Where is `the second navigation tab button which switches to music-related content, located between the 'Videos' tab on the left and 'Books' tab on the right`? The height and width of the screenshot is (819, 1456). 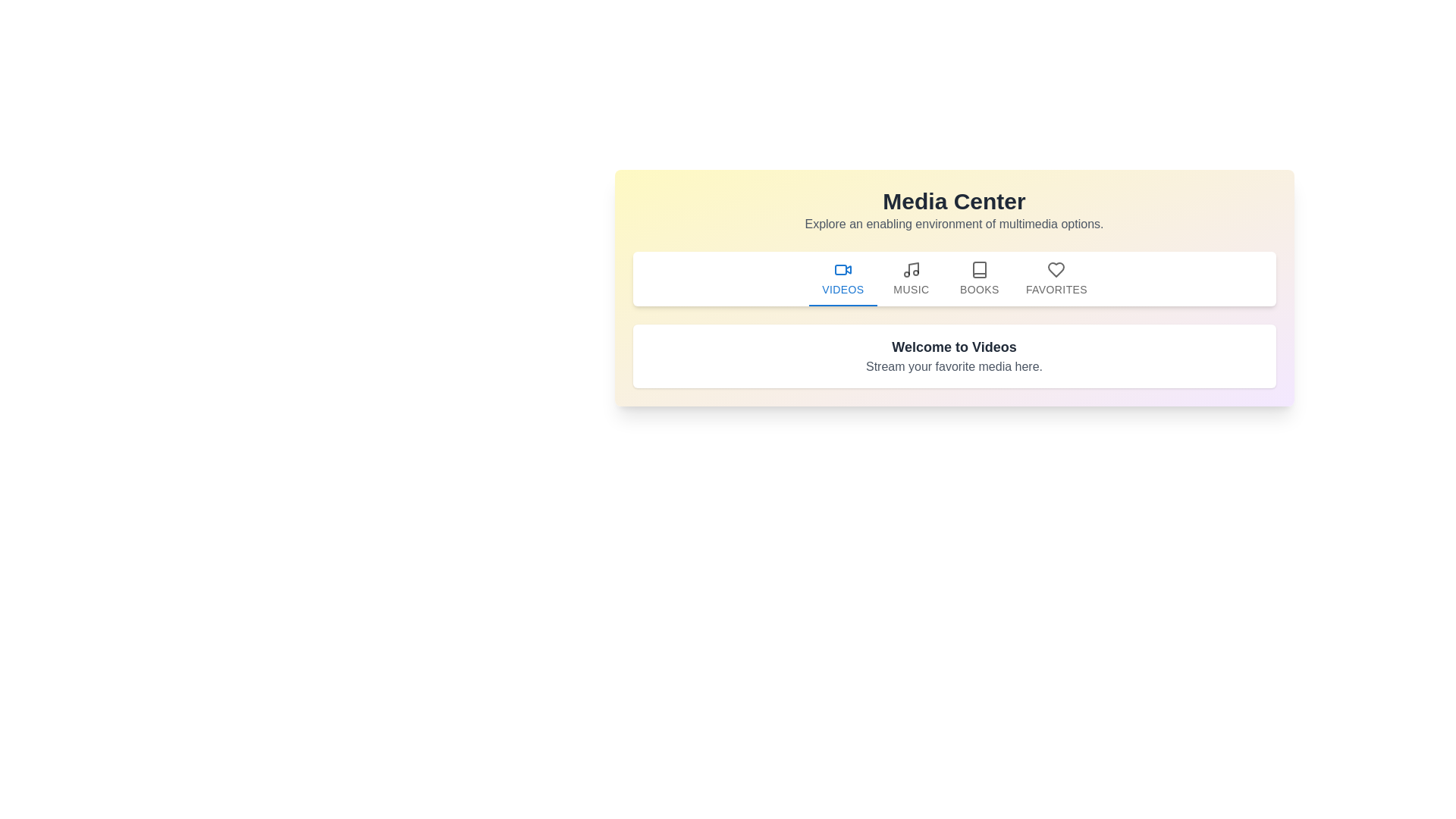 the second navigation tab button which switches to music-related content, located between the 'Videos' tab on the left and 'Books' tab on the right is located at coordinates (910, 278).